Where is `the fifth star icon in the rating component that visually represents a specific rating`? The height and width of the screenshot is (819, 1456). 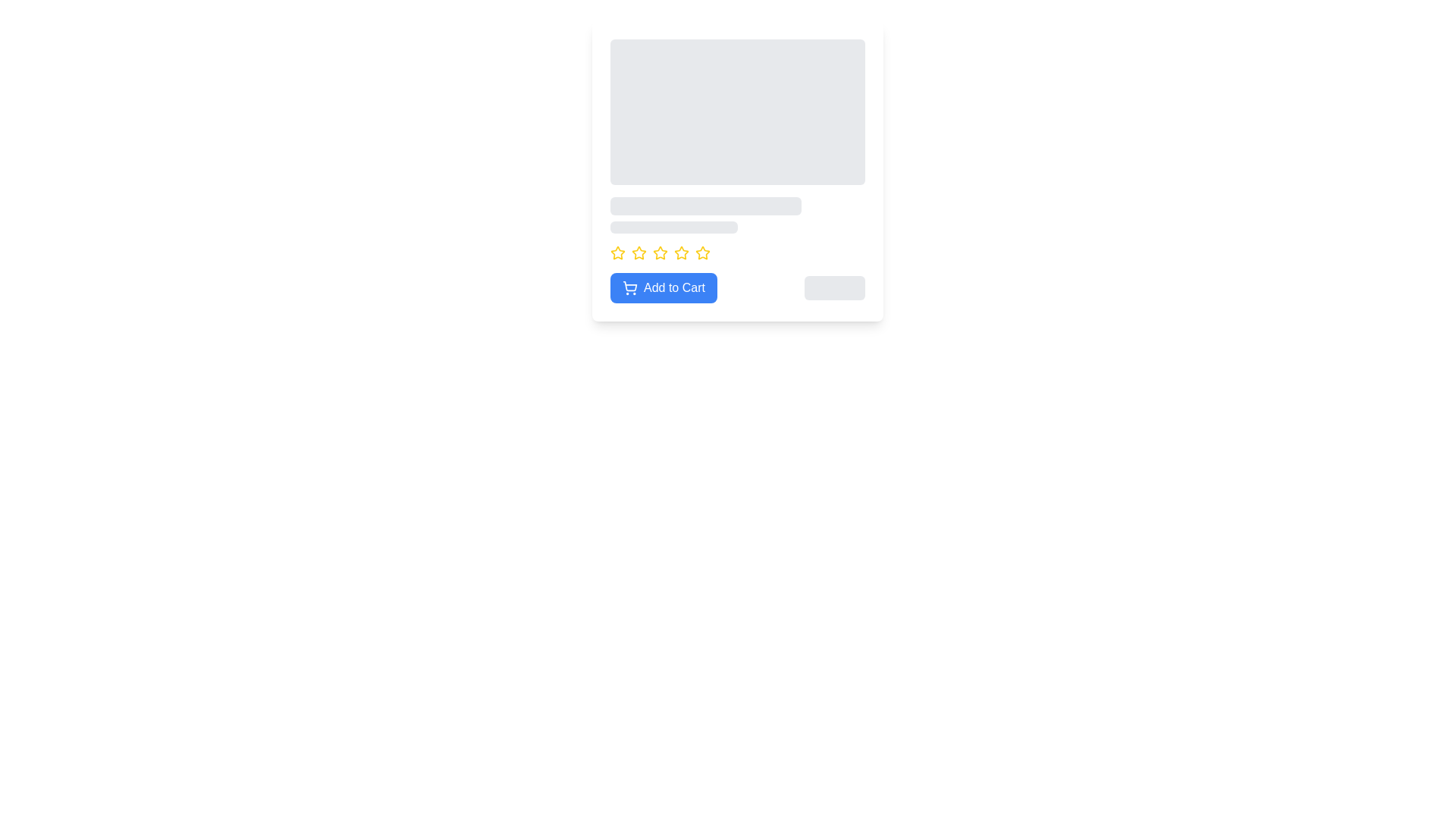 the fifth star icon in the rating component that visually represents a specific rating is located at coordinates (660, 253).